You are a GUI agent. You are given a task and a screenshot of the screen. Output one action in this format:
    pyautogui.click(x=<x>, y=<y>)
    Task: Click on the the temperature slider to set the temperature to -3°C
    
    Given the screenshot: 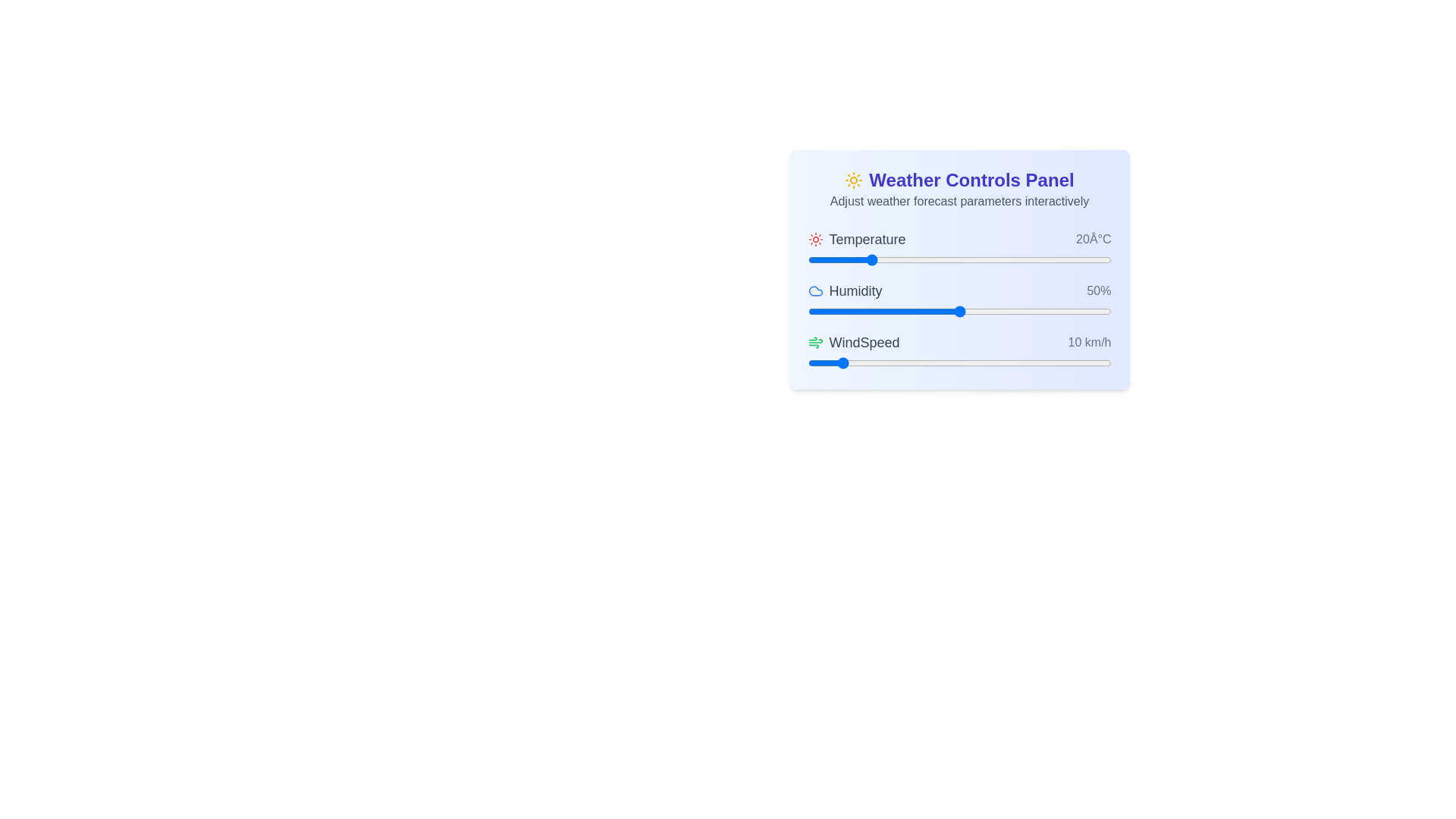 What is the action you would take?
    pyautogui.click(x=893, y=259)
    